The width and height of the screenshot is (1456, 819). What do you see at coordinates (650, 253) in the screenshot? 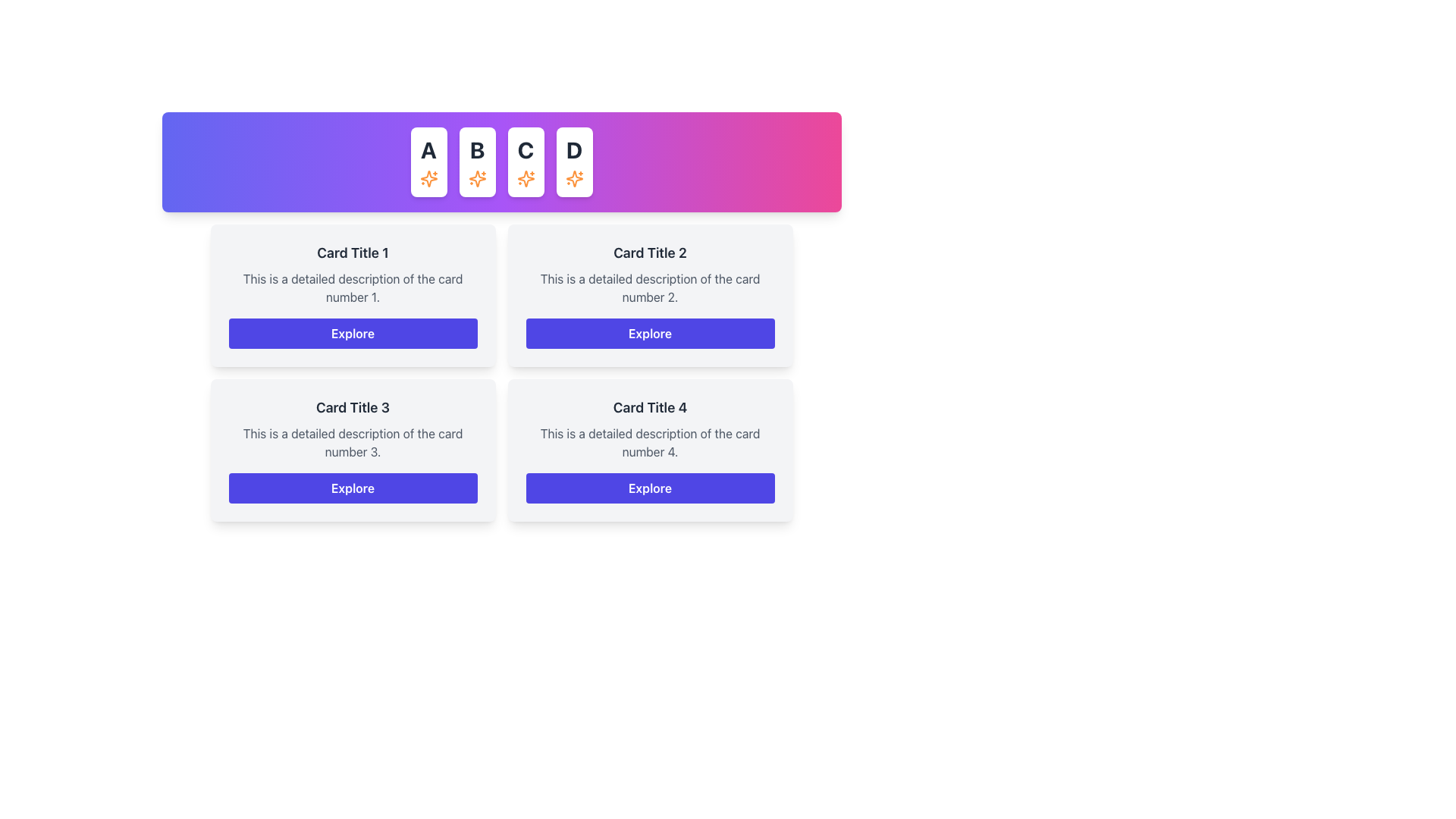
I see `the text 'Card Title 2' for copying or interacting, which is prominently displayed in bold within the second card of a 2x2 grid layout` at bounding box center [650, 253].